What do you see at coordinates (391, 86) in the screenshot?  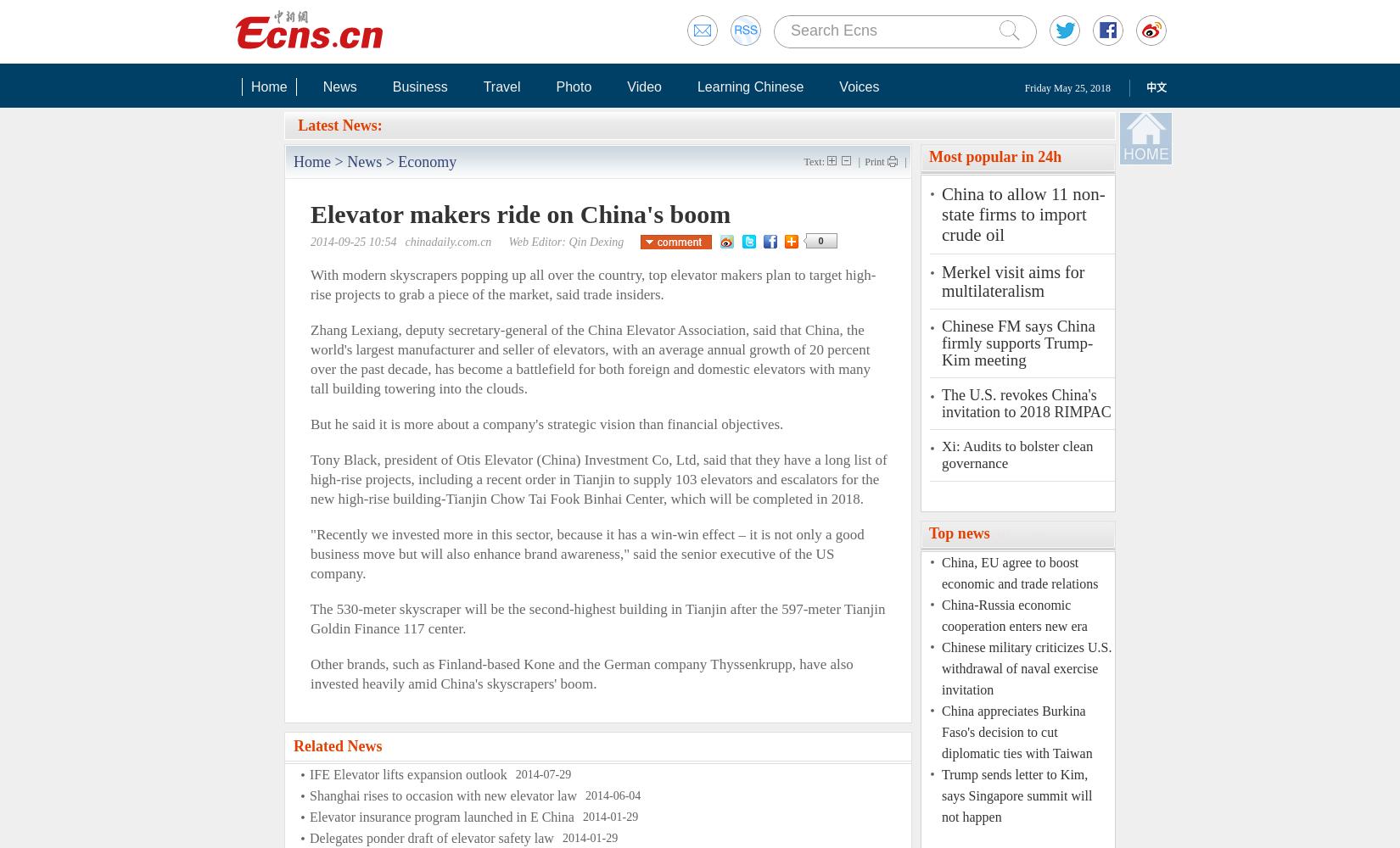 I see `'Business'` at bounding box center [391, 86].